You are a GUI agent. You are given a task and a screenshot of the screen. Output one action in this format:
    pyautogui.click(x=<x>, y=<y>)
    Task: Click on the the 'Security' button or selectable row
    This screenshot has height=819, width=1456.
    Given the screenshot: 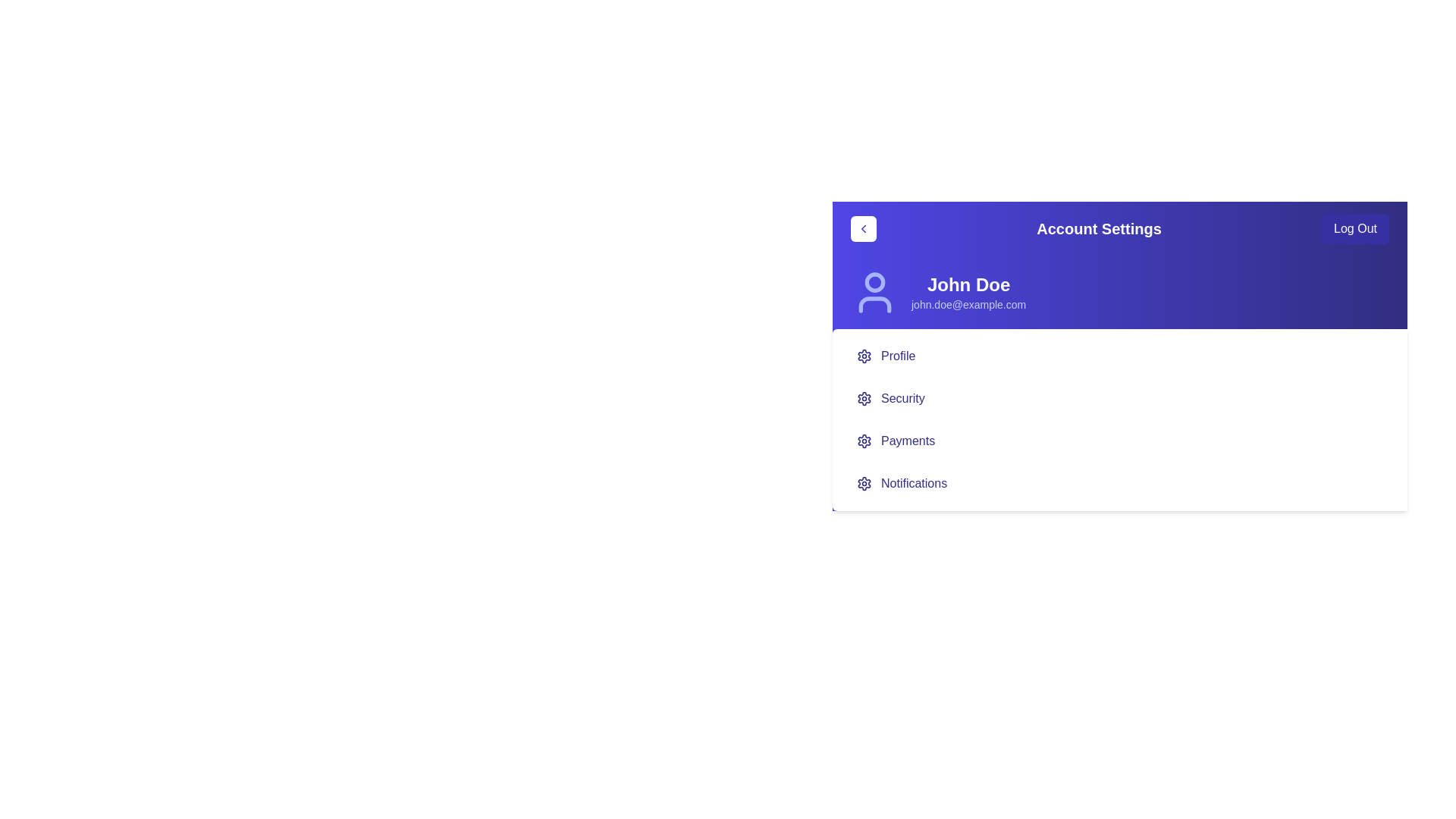 What is the action you would take?
    pyautogui.click(x=1120, y=397)
    